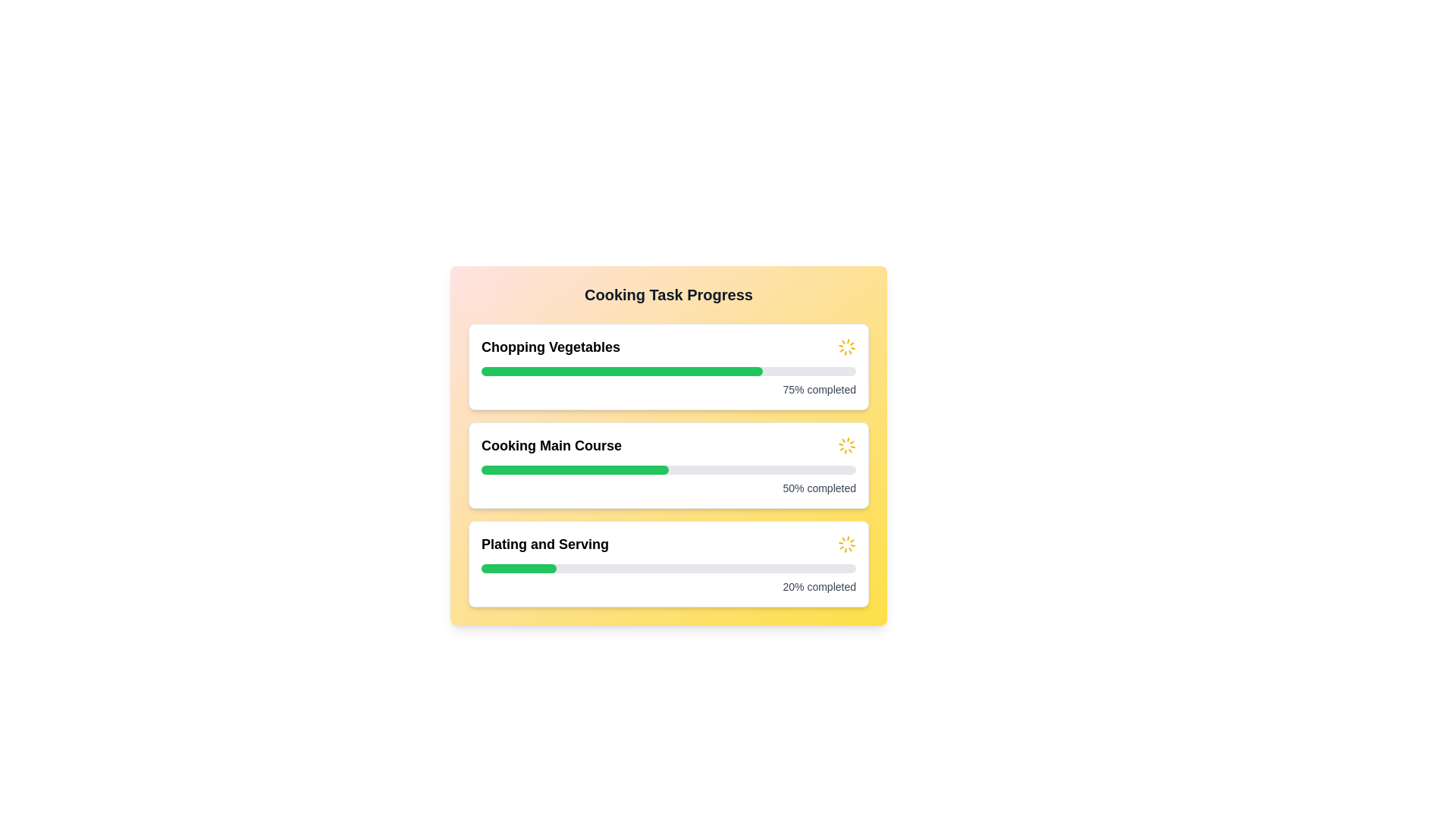 This screenshot has height=819, width=1456. Describe the element at coordinates (622, 371) in the screenshot. I see `the progress bar indicating 75% completion of the 'Chopping Vegetables' task` at that location.